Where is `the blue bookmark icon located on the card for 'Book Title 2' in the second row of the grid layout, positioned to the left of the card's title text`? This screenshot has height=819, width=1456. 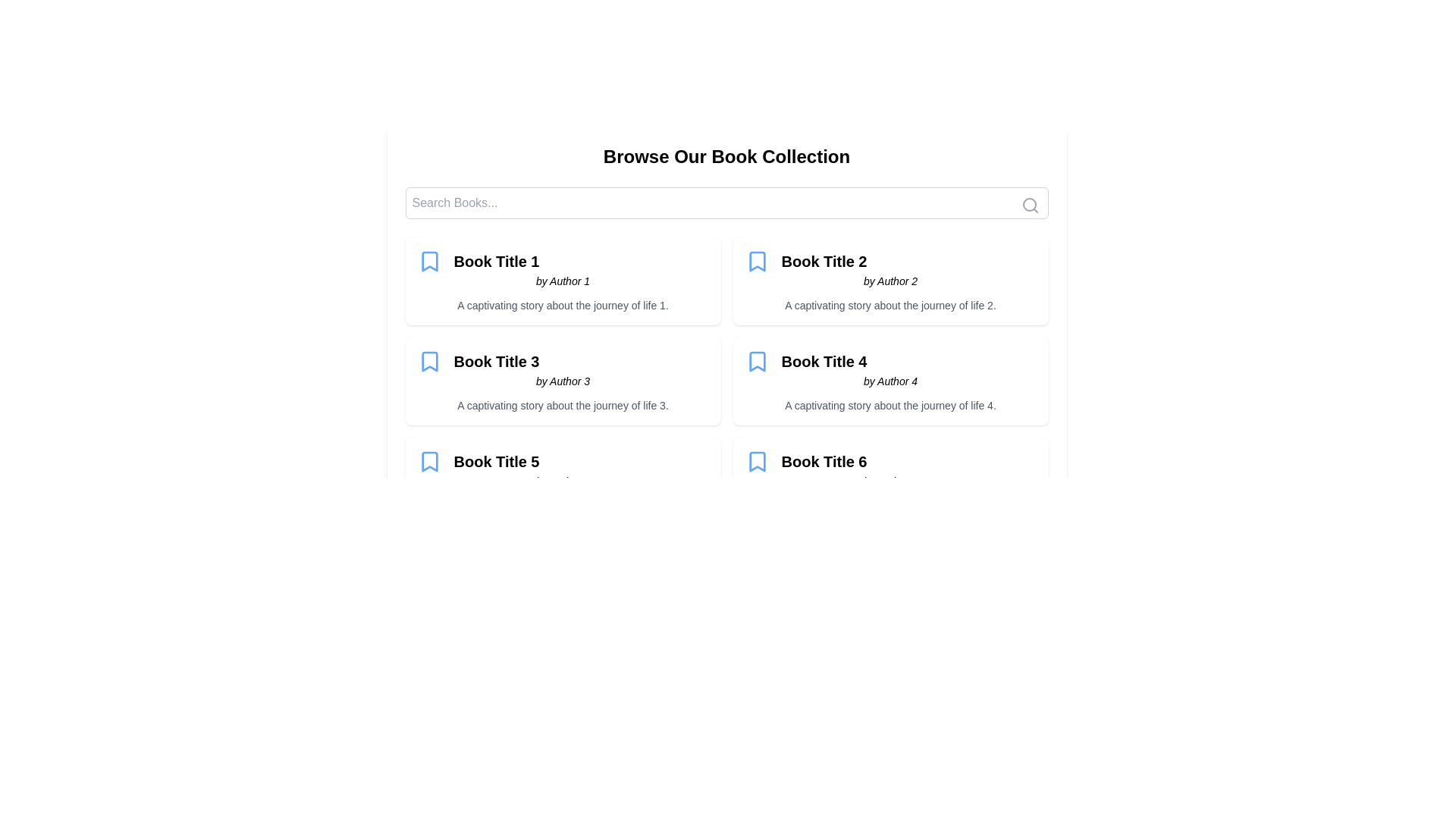 the blue bookmark icon located on the card for 'Book Title 2' in the second row of the grid layout, positioned to the left of the card's title text is located at coordinates (757, 260).